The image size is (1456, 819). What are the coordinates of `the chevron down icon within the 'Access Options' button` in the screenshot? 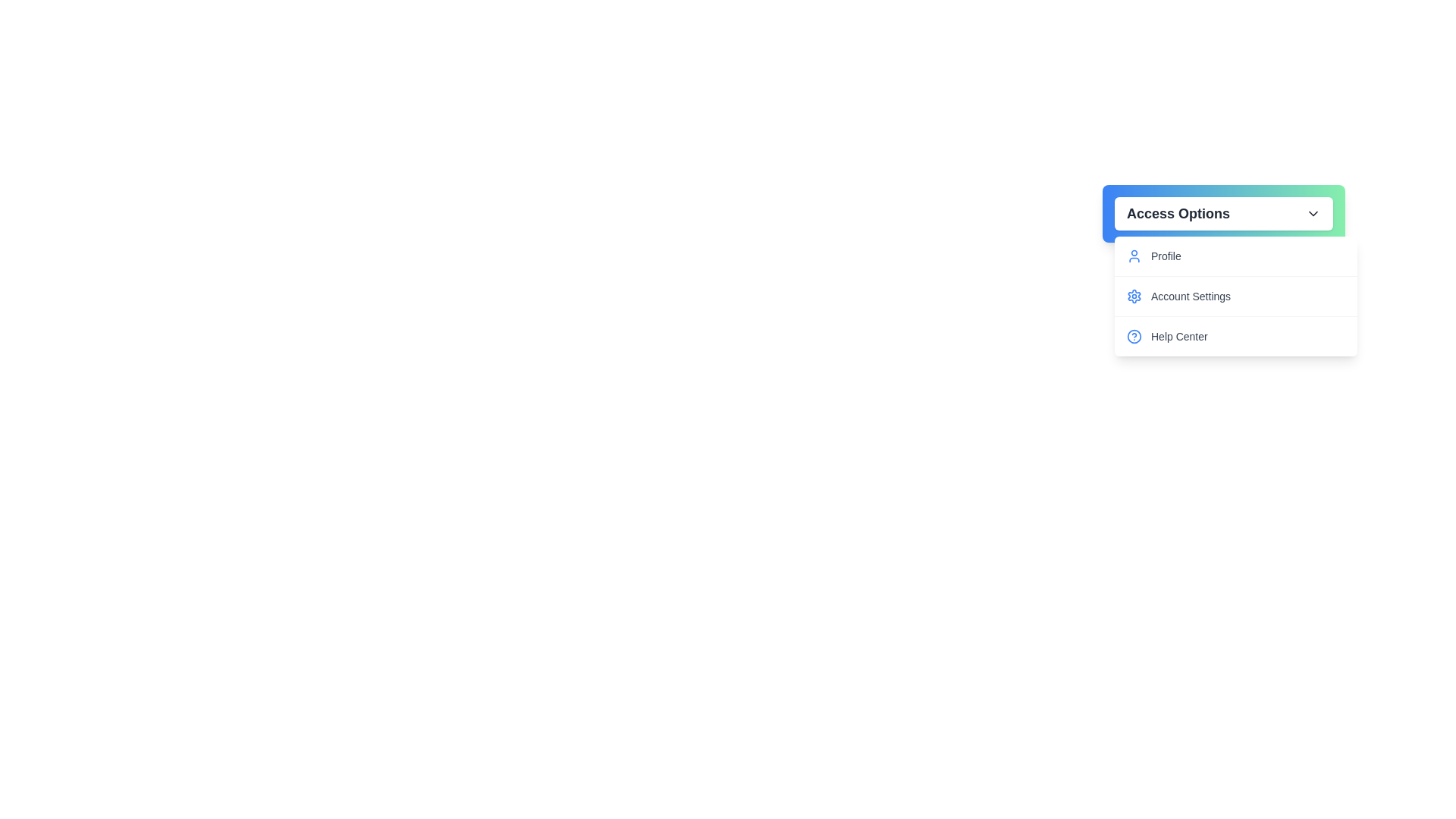 It's located at (1313, 213).